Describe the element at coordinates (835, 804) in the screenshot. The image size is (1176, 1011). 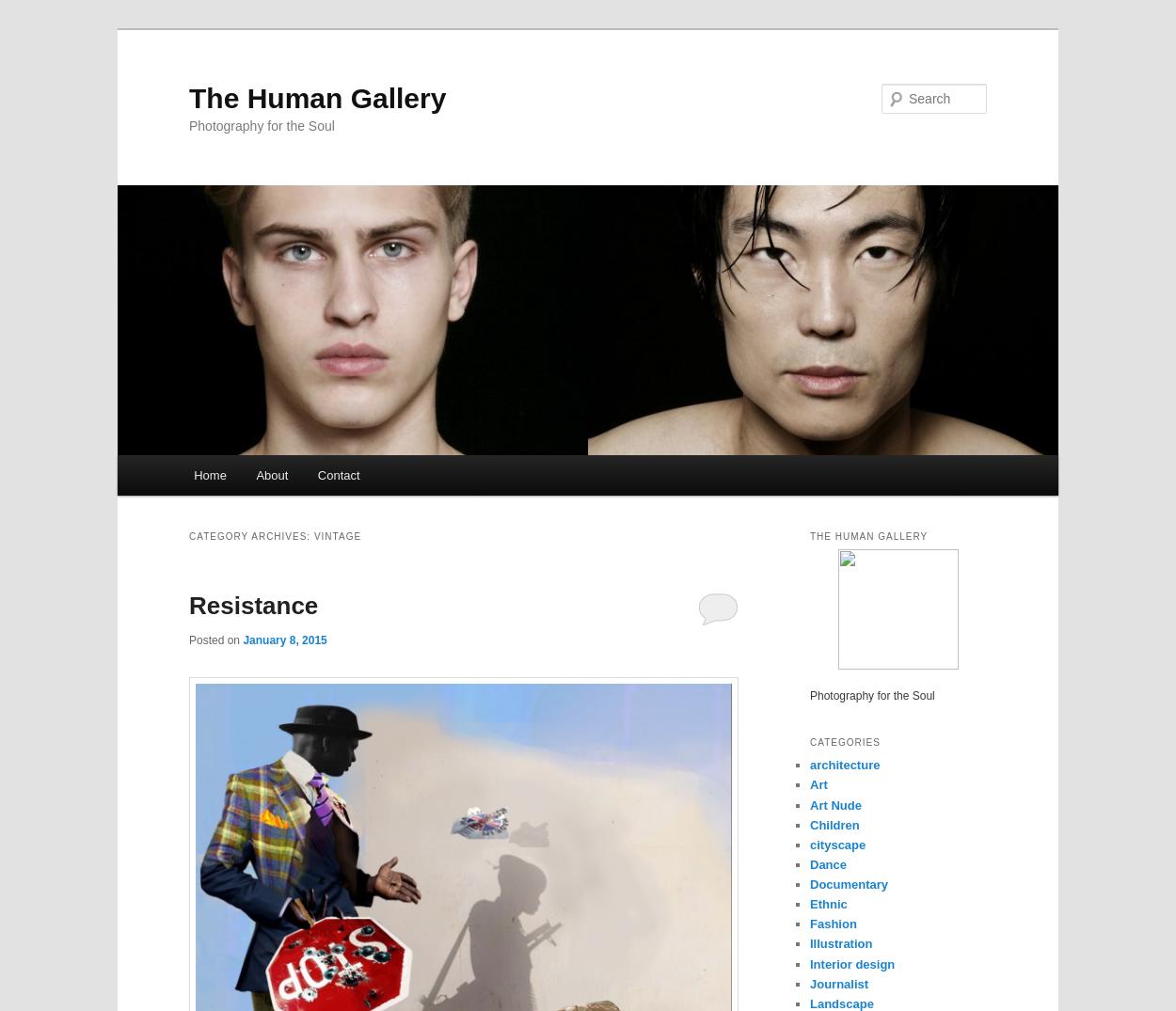
I see `'Art Nude'` at that location.